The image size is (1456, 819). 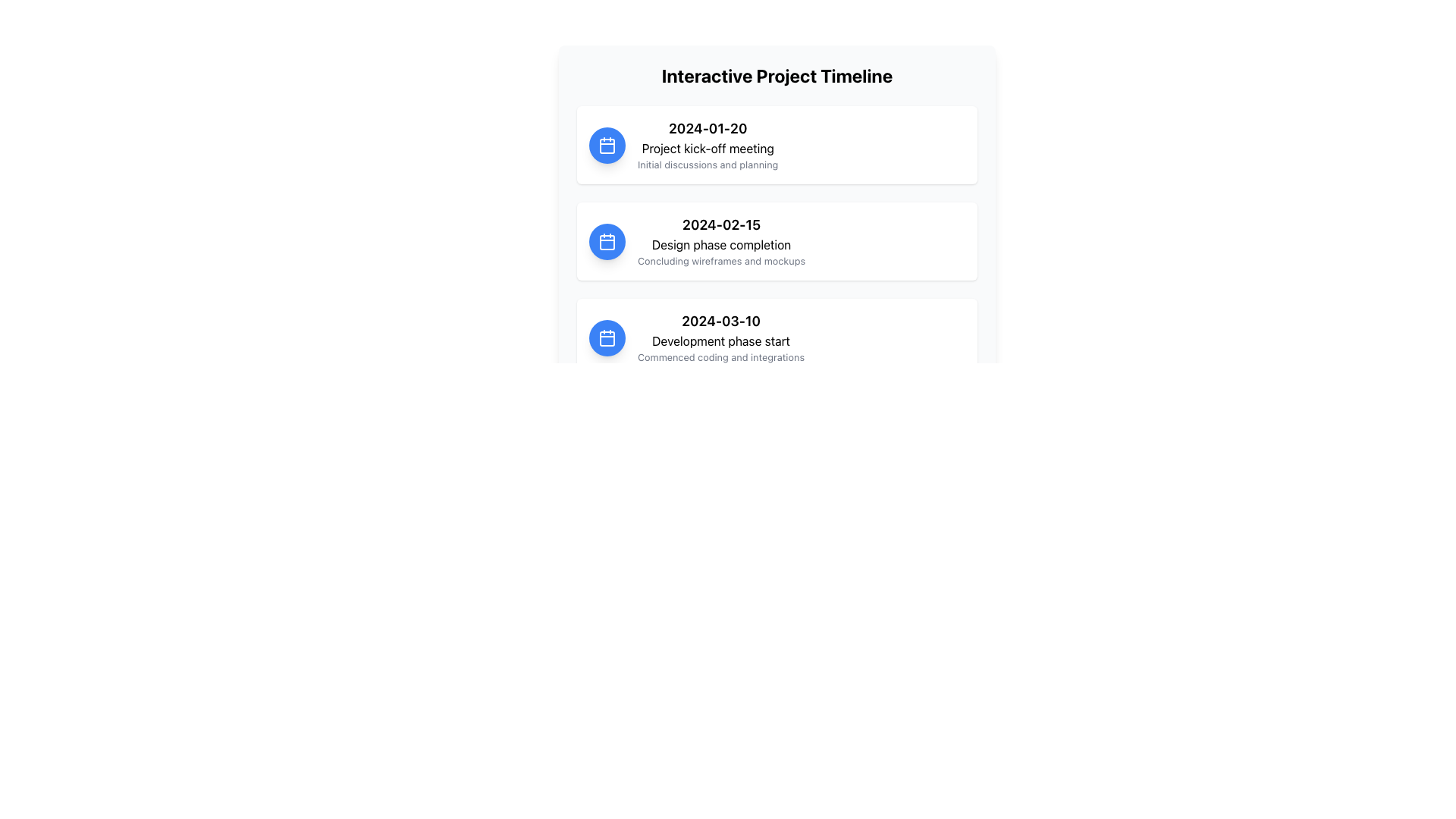 I want to click on the calendar icon with a blue circular background located to the left of the text 'Design phase completion' in the second row of the timeline interface, so click(x=607, y=240).